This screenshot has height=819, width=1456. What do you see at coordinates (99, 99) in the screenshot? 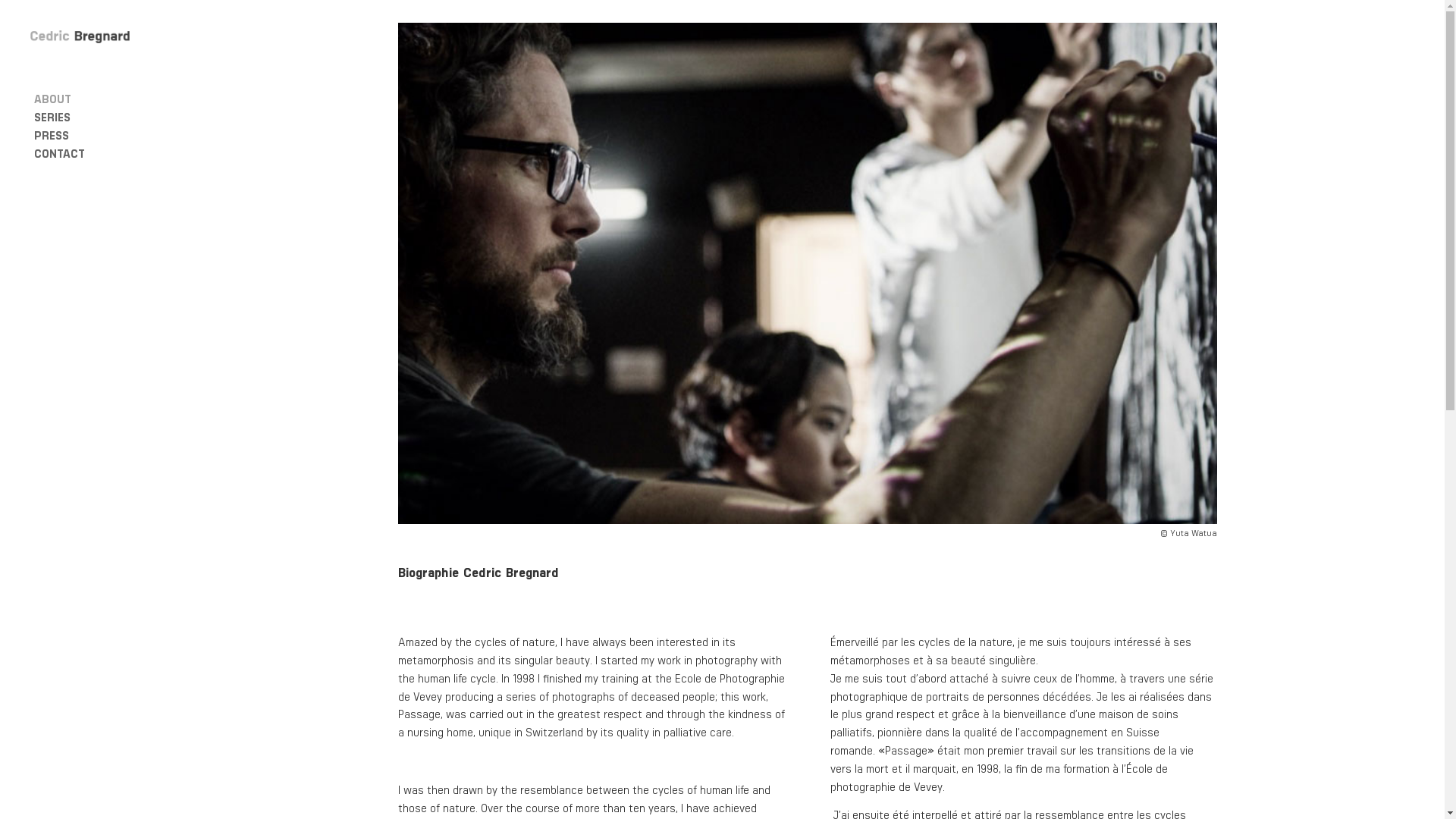
I see `'ABOUT'` at bounding box center [99, 99].